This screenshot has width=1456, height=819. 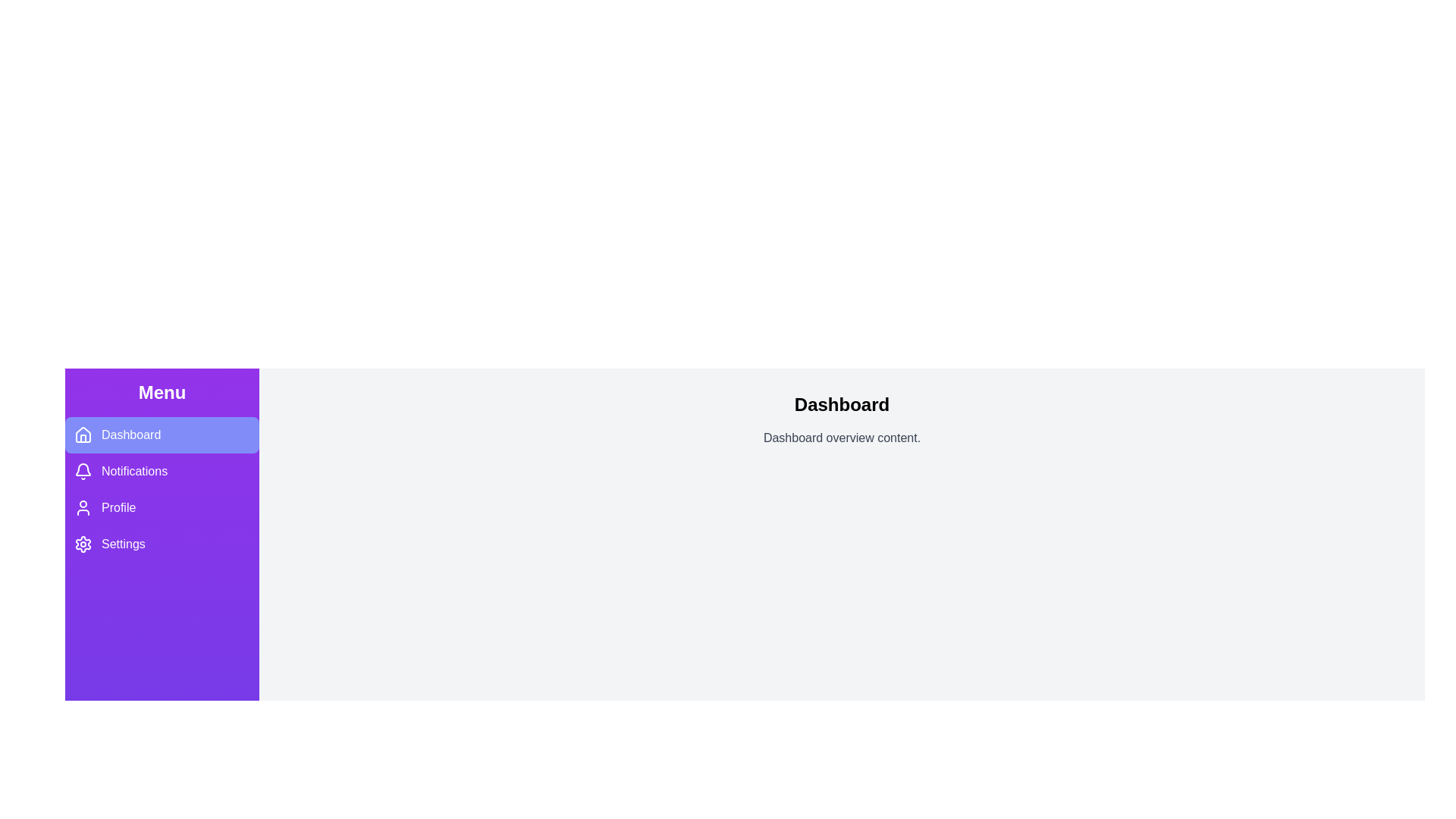 What do you see at coordinates (134, 470) in the screenshot?
I see `text of the Notifications label, which is the second item in the sidebar menu, positioned below the Dashboard menu item and above the Profile menu item` at bounding box center [134, 470].